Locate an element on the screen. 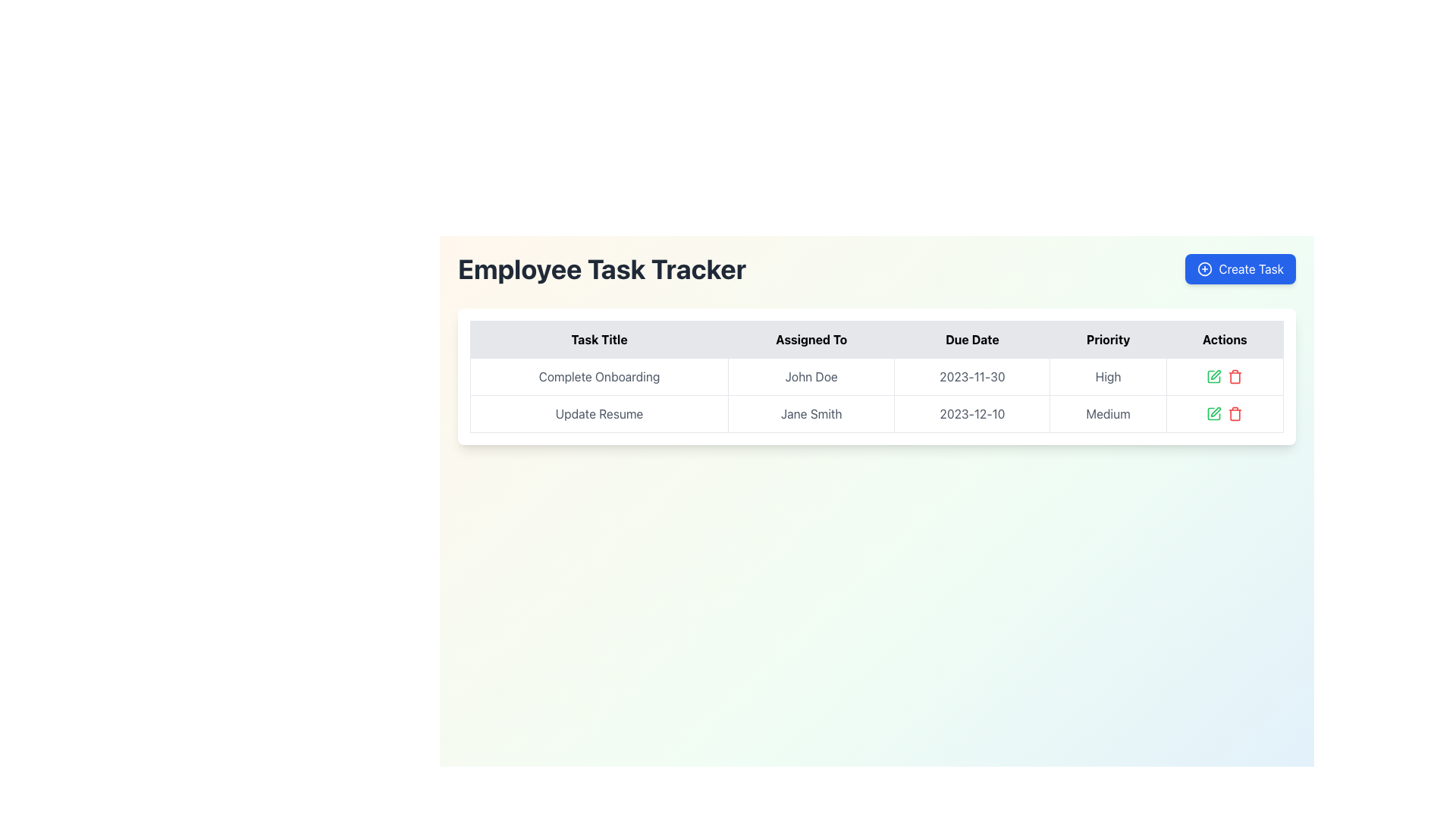  the 'Due Date' text label element, which is a bold black text on a light gray background, located in the table header row between 'Assigned To' and 'Priority' is located at coordinates (972, 338).